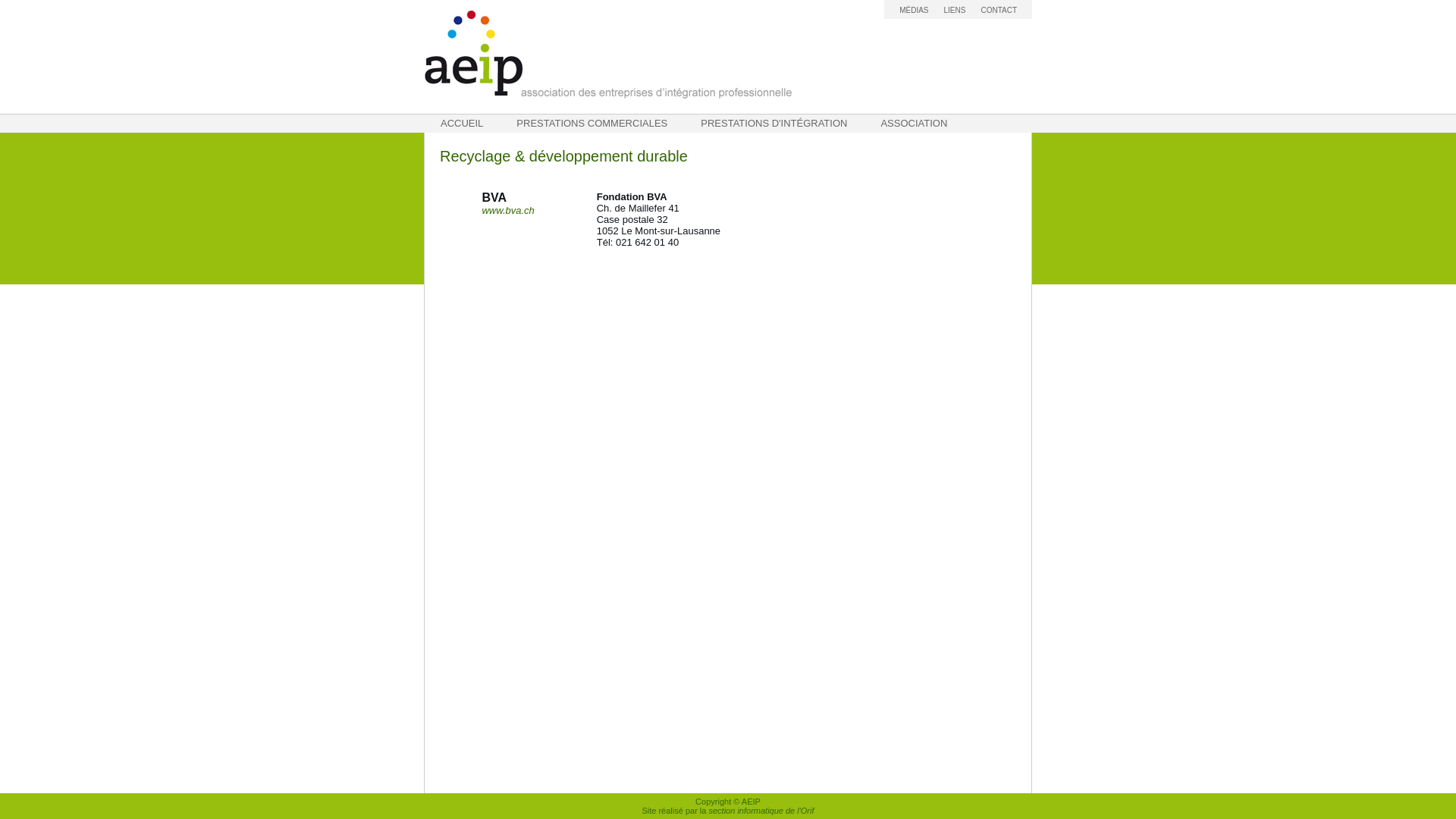  I want to click on 'www.bva.ch', so click(480, 210).